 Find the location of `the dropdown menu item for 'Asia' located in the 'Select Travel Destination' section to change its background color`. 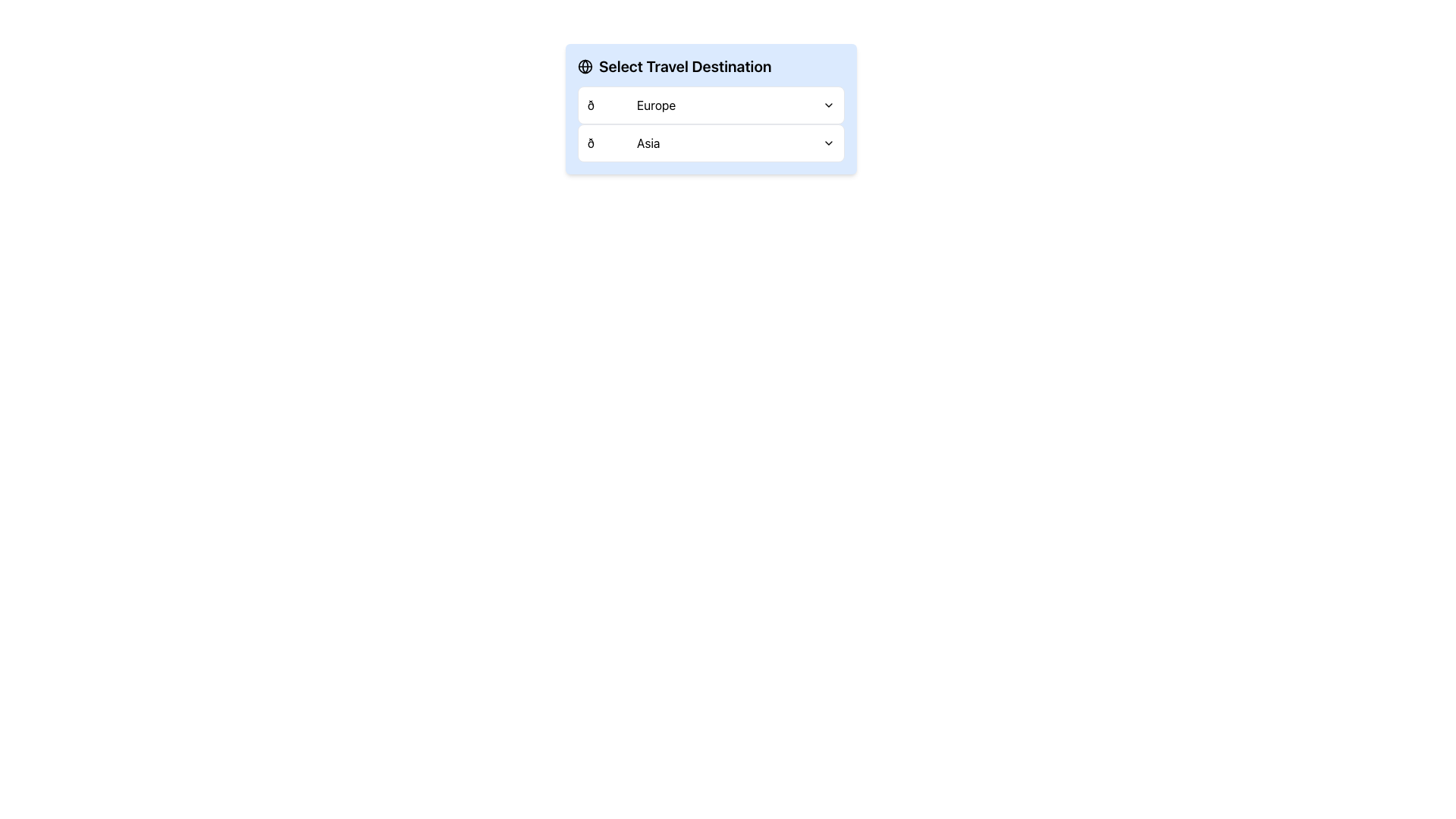

the dropdown menu item for 'Asia' located in the 'Select Travel Destination' section to change its background color is located at coordinates (710, 143).